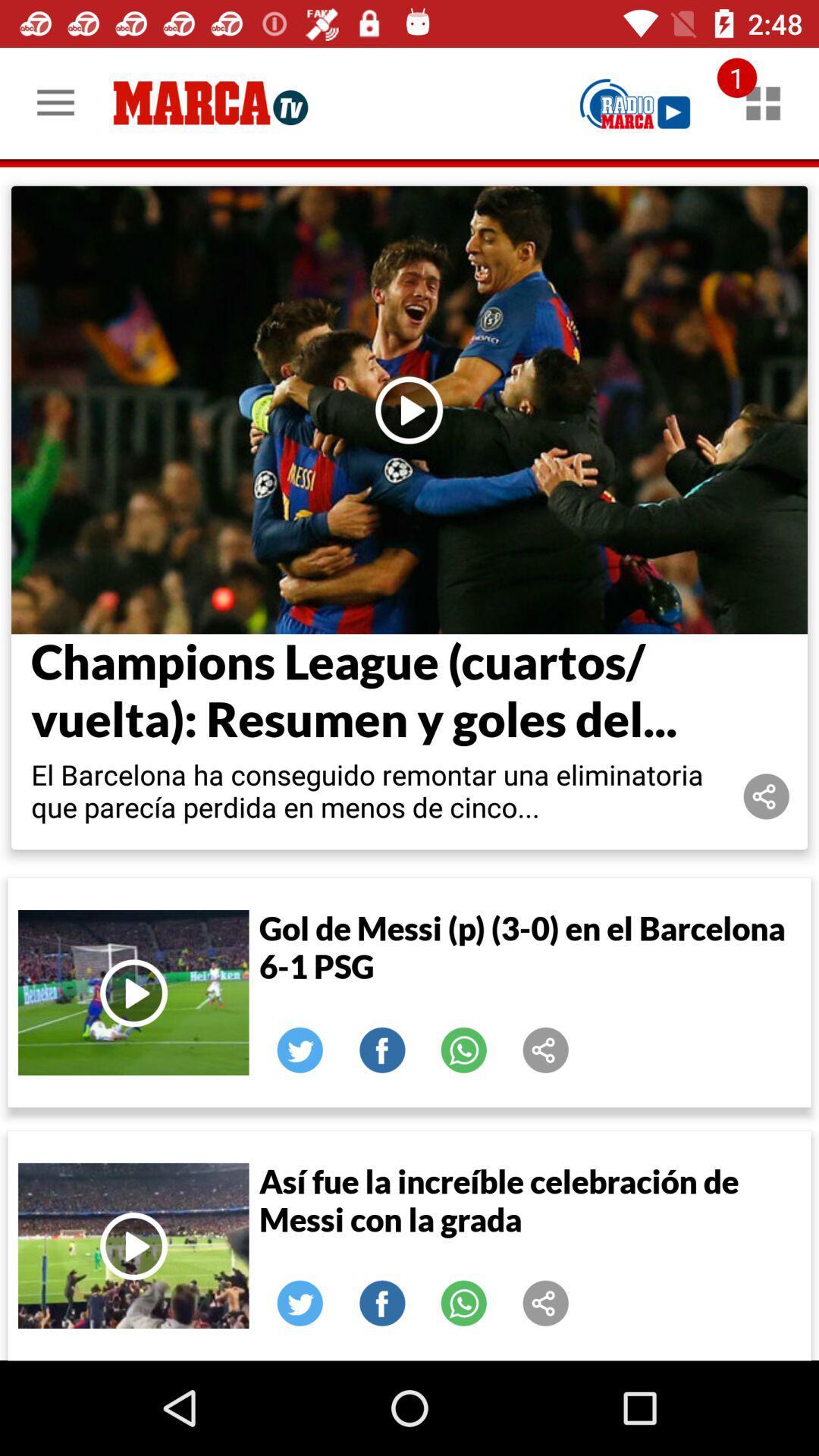 The image size is (819, 1456). What do you see at coordinates (546, 1050) in the screenshot?
I see `share article` at bounding box center [546, 1050].